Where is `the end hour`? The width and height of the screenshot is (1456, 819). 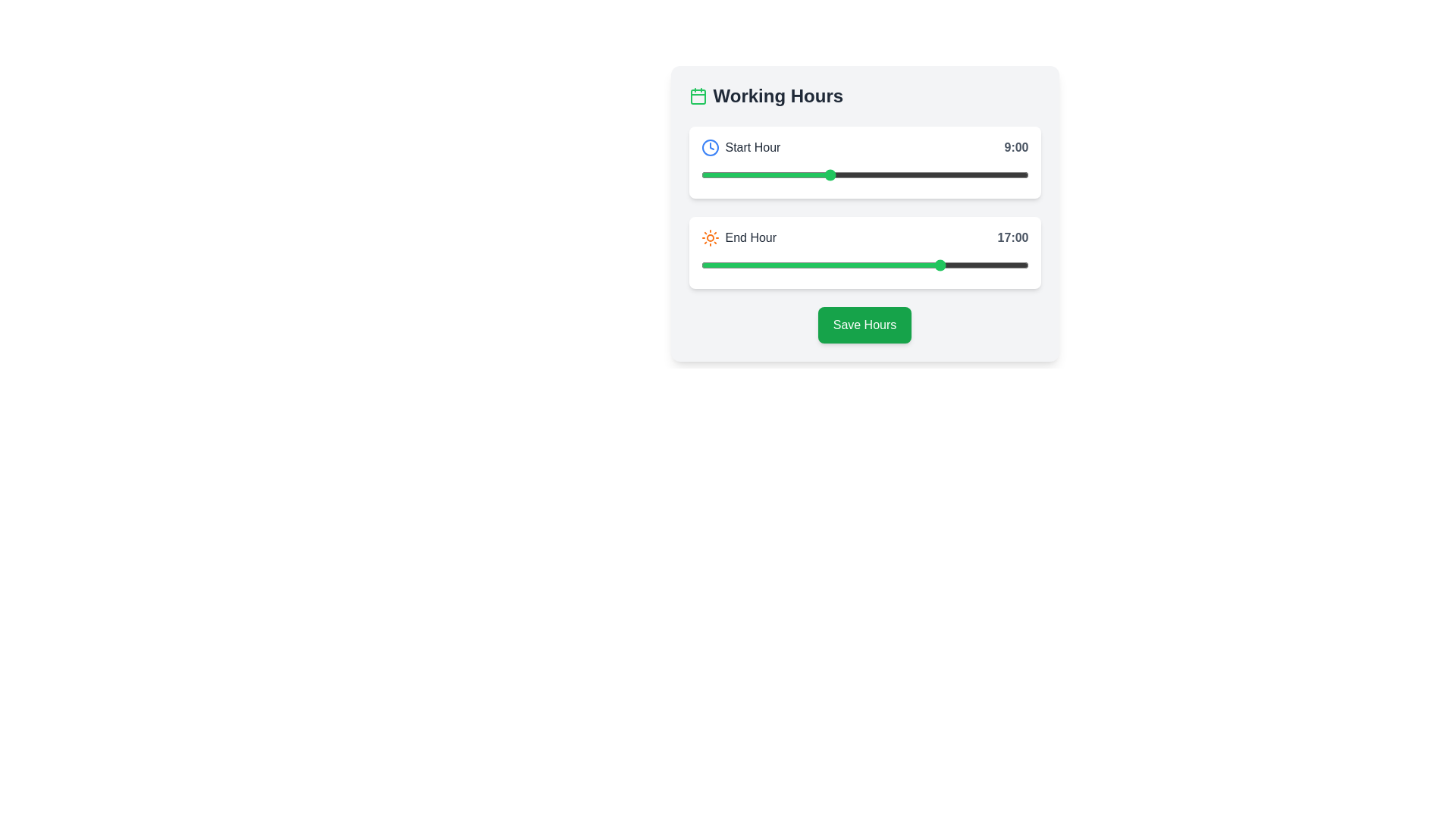 the end hour is located at coordinates (786, 265).